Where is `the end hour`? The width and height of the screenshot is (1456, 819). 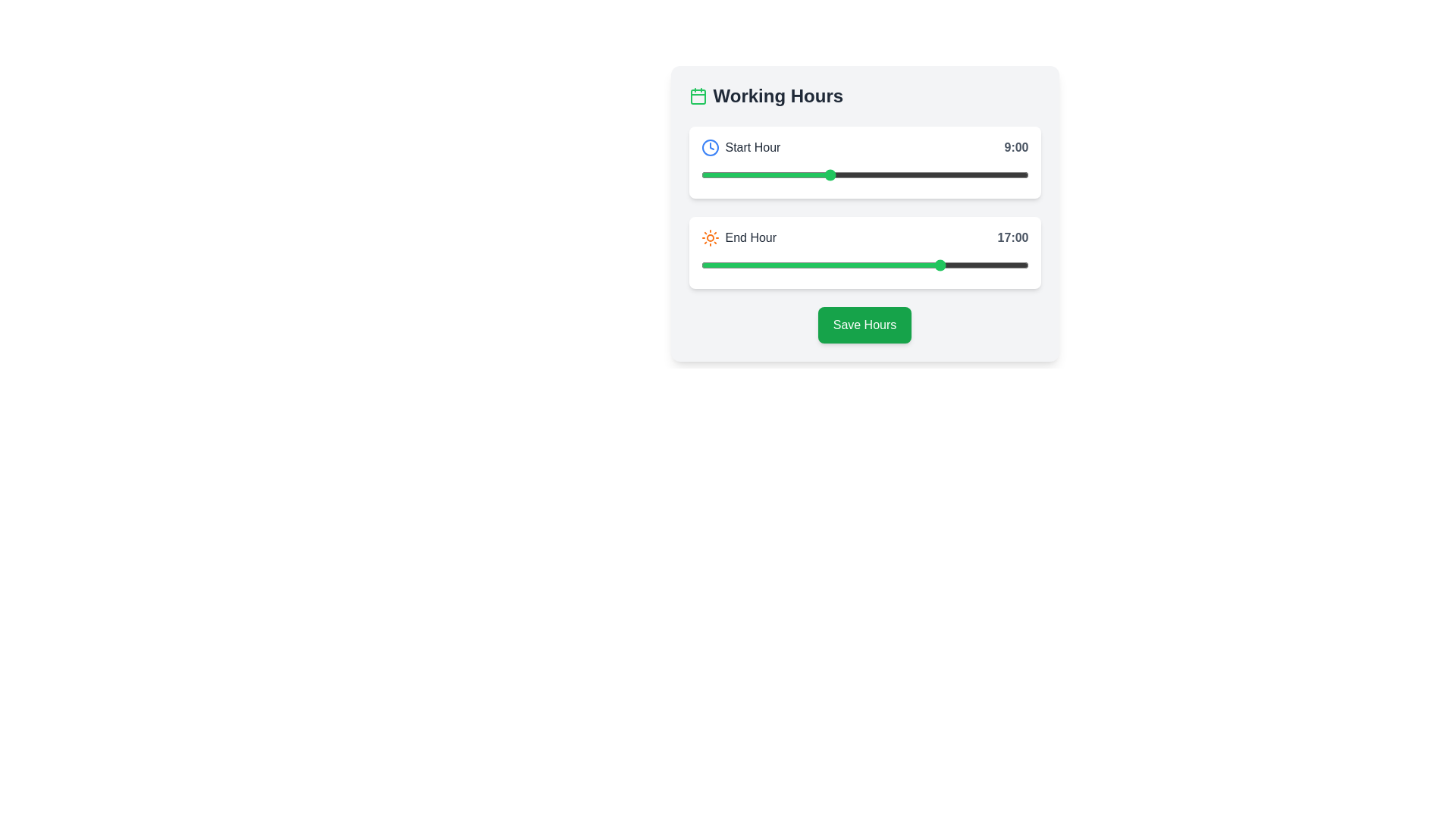 the end hour is located at coordinates (786, 265).